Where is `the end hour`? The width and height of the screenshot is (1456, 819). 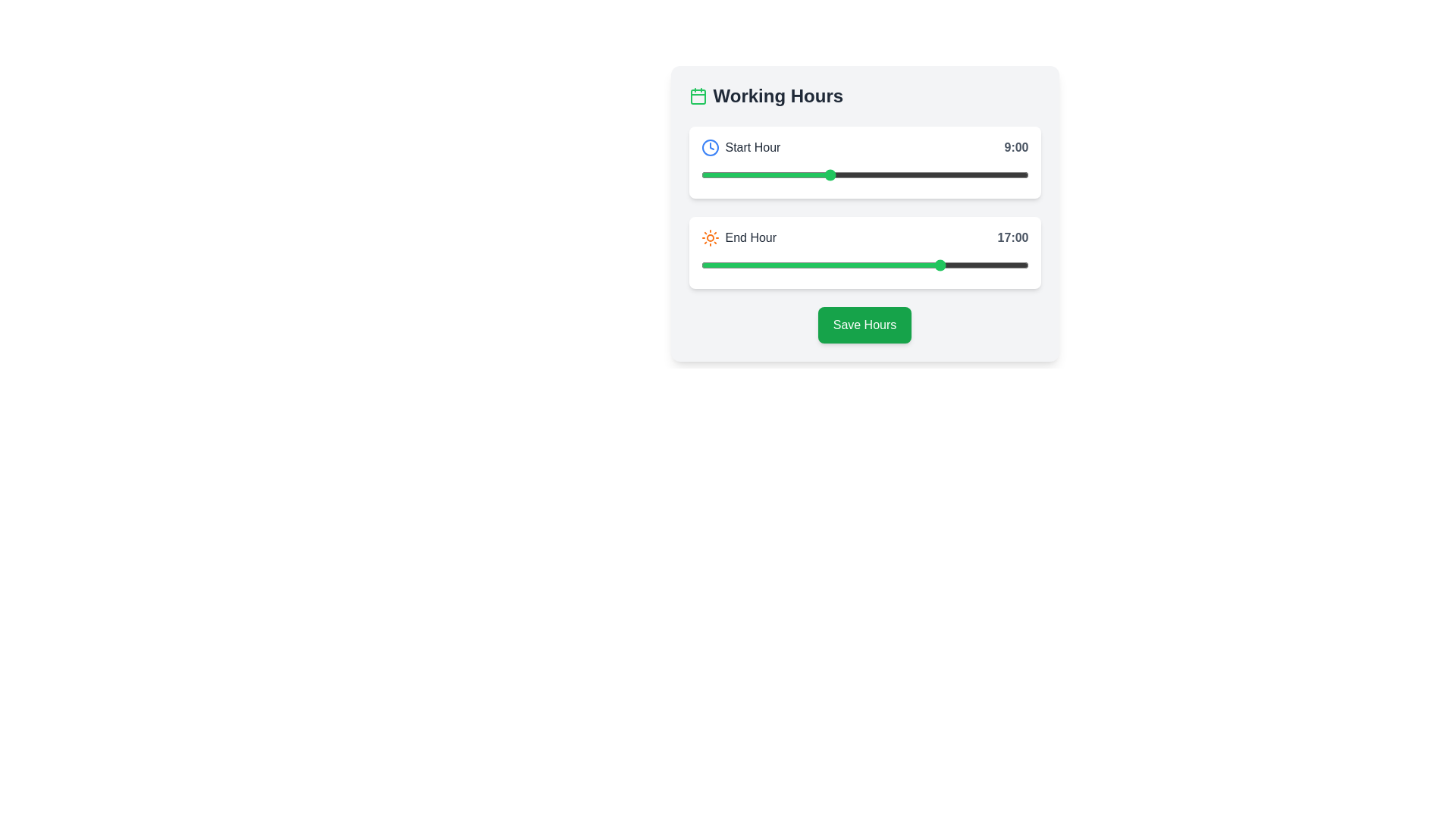 the end hour is located at coordinates (786, 265).